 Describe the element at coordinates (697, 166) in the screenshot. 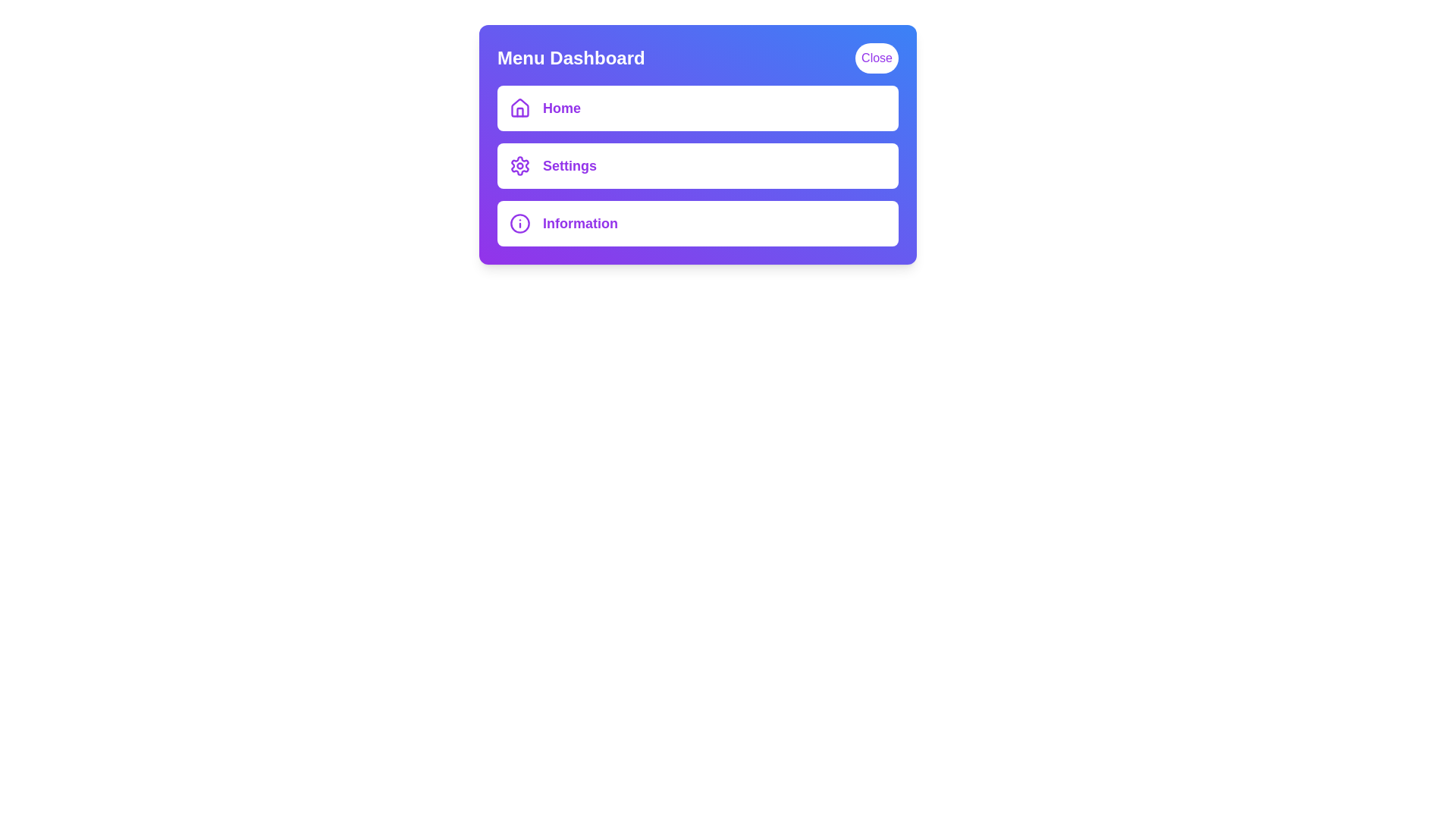

I see `the menu item Settings by clicking on it` at that location.